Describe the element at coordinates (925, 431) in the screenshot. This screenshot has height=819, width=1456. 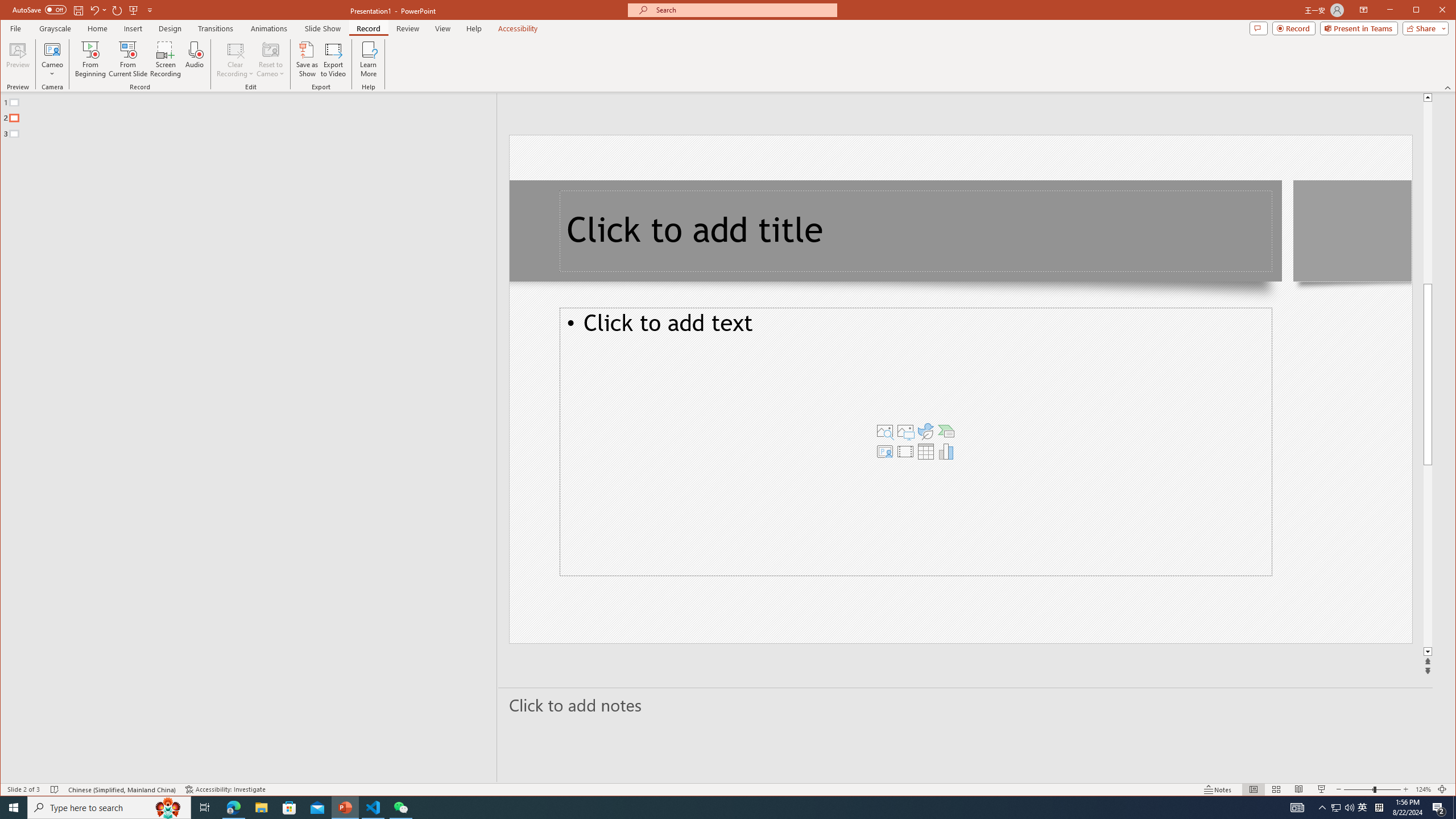
I see `'Insert an Icon'` at that location.